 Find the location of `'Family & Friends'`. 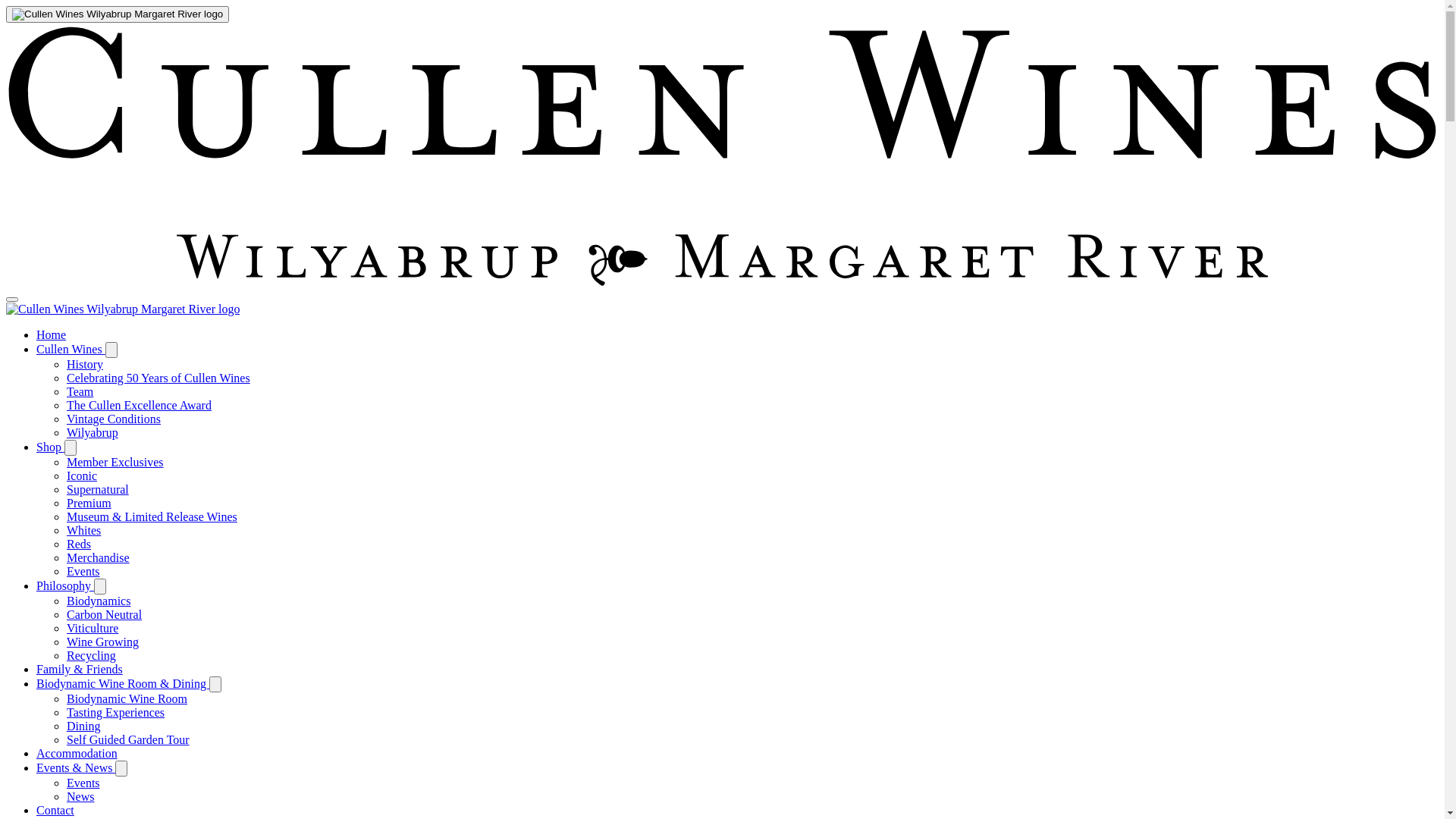

'Family & Friends' is located at coordinates (79, 668).